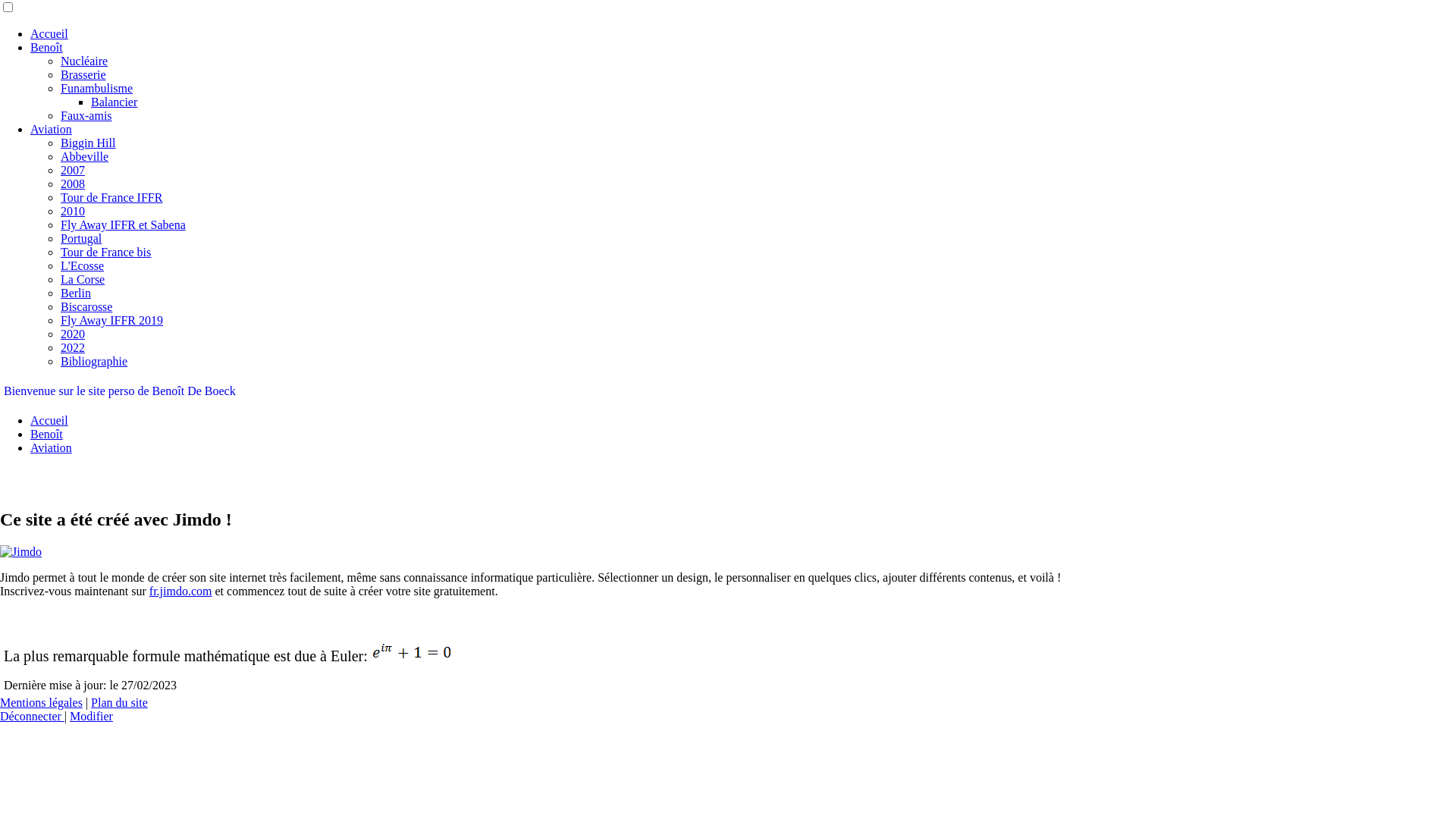 Image resolution: width=1456 pixels, height=819 pixels. Describe the element at coordinates (72, 211) in the screenshot. I see `'2010'` at that location.